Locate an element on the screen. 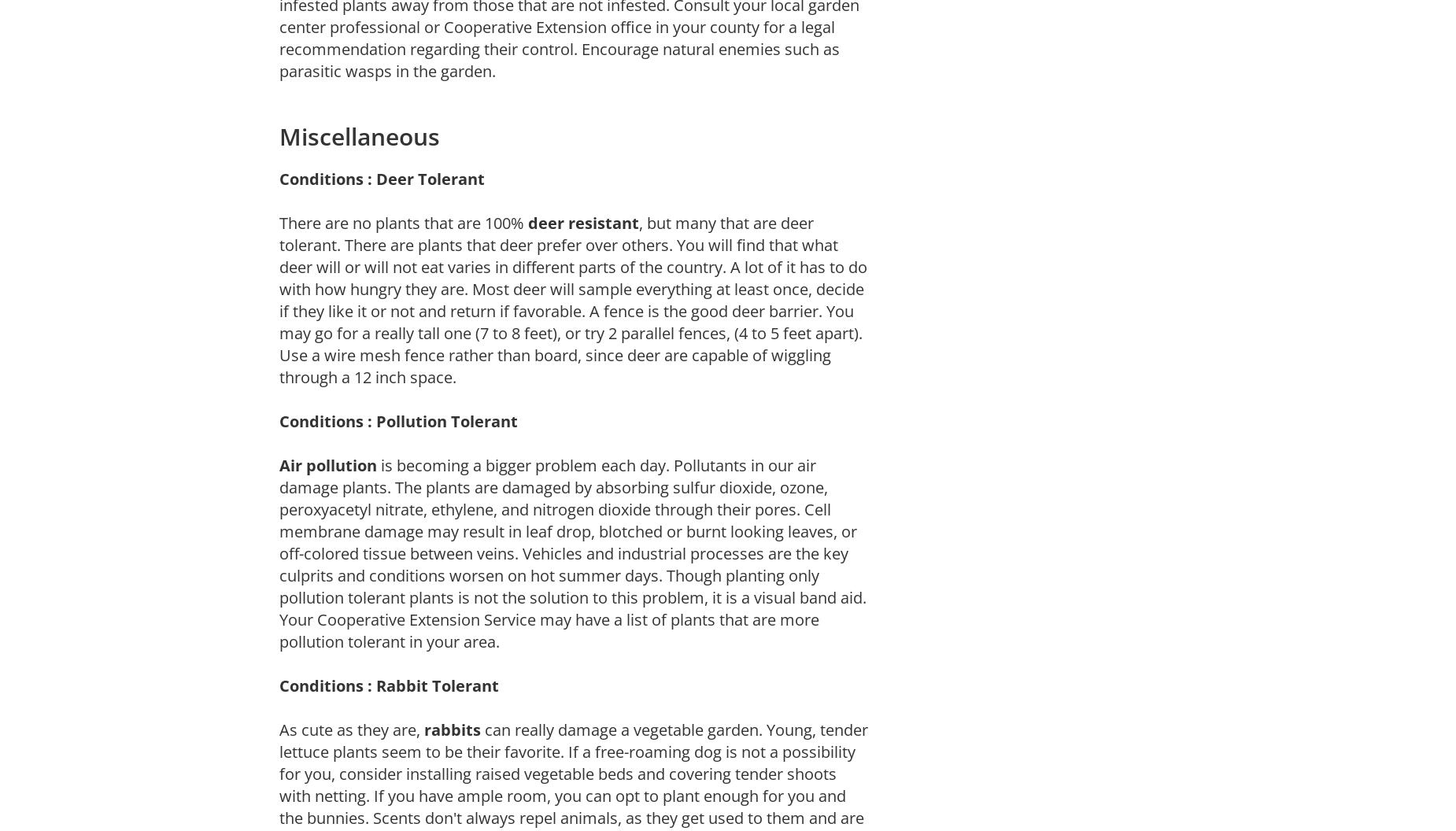 The image size is (1456, 831). 'As cute as they are,' is located at coordinates (350, 729).